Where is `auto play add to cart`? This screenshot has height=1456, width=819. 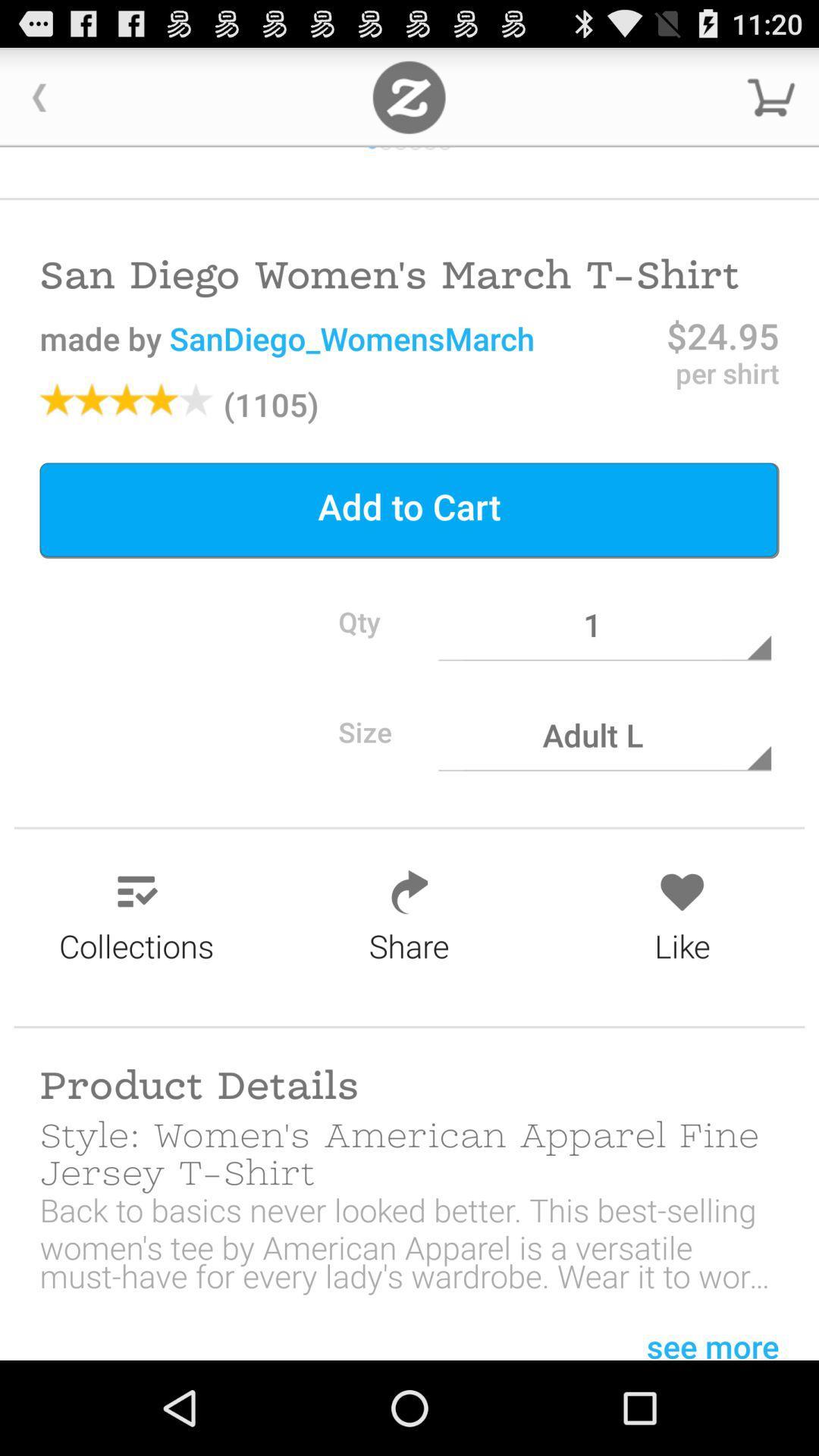
auto play add to cart is located at coordinates (408, 96).